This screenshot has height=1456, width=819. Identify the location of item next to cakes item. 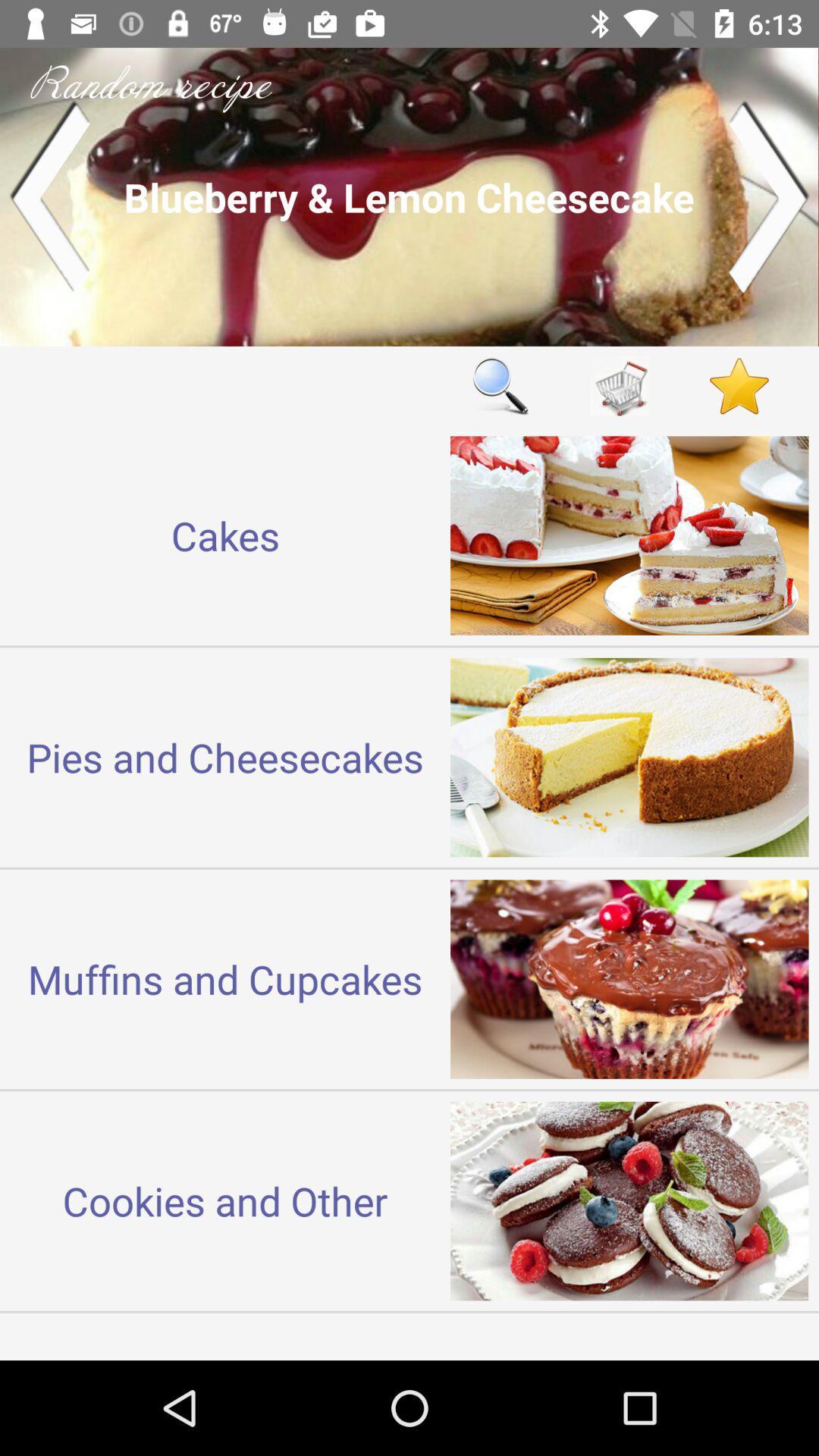
(500, 386).